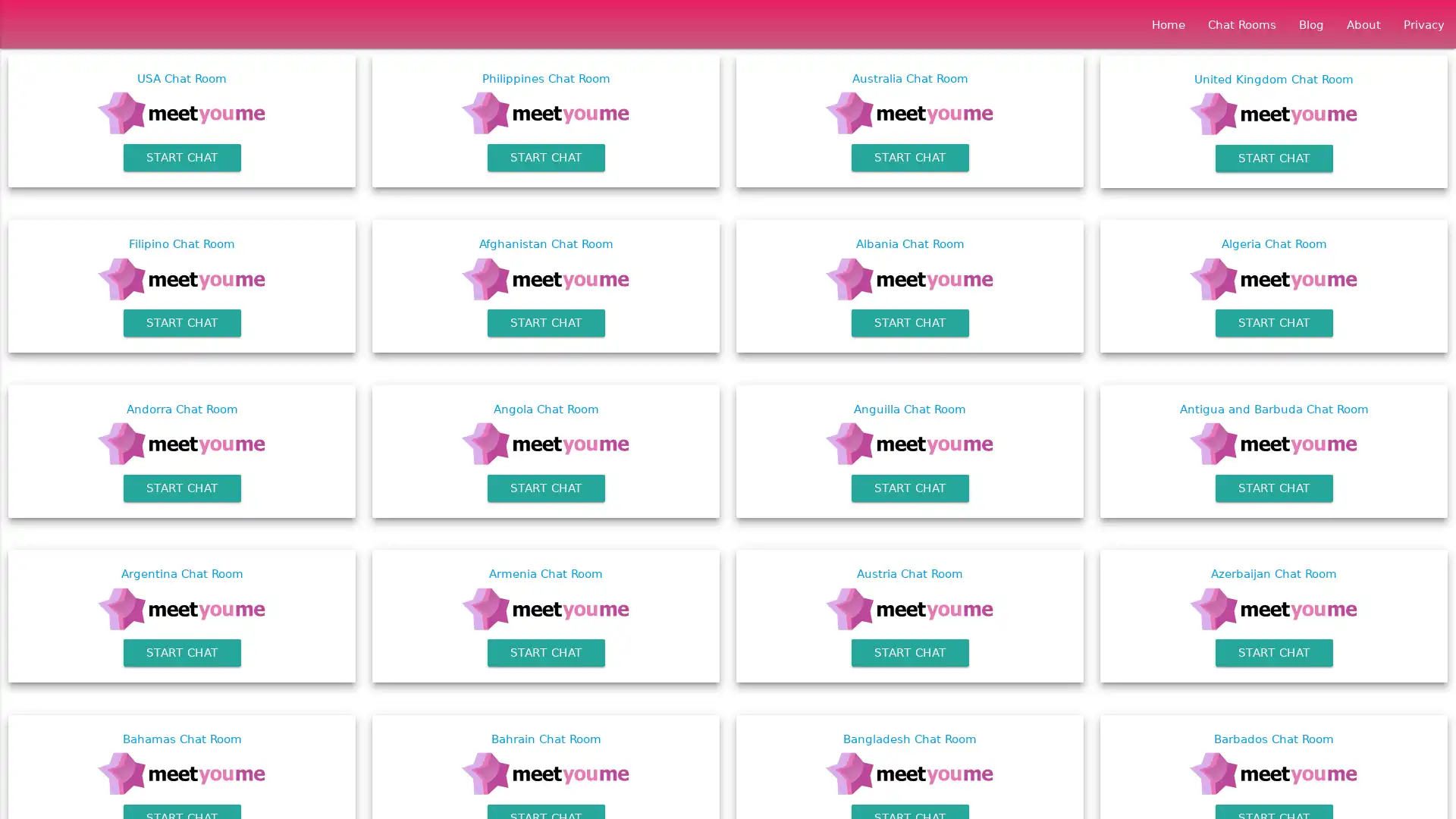 Image resolution: width=1456 pixels, height=819 pixels. Describe the element at coordinates (181, 157) in the screenshot. I see `START CHAT` at that location.